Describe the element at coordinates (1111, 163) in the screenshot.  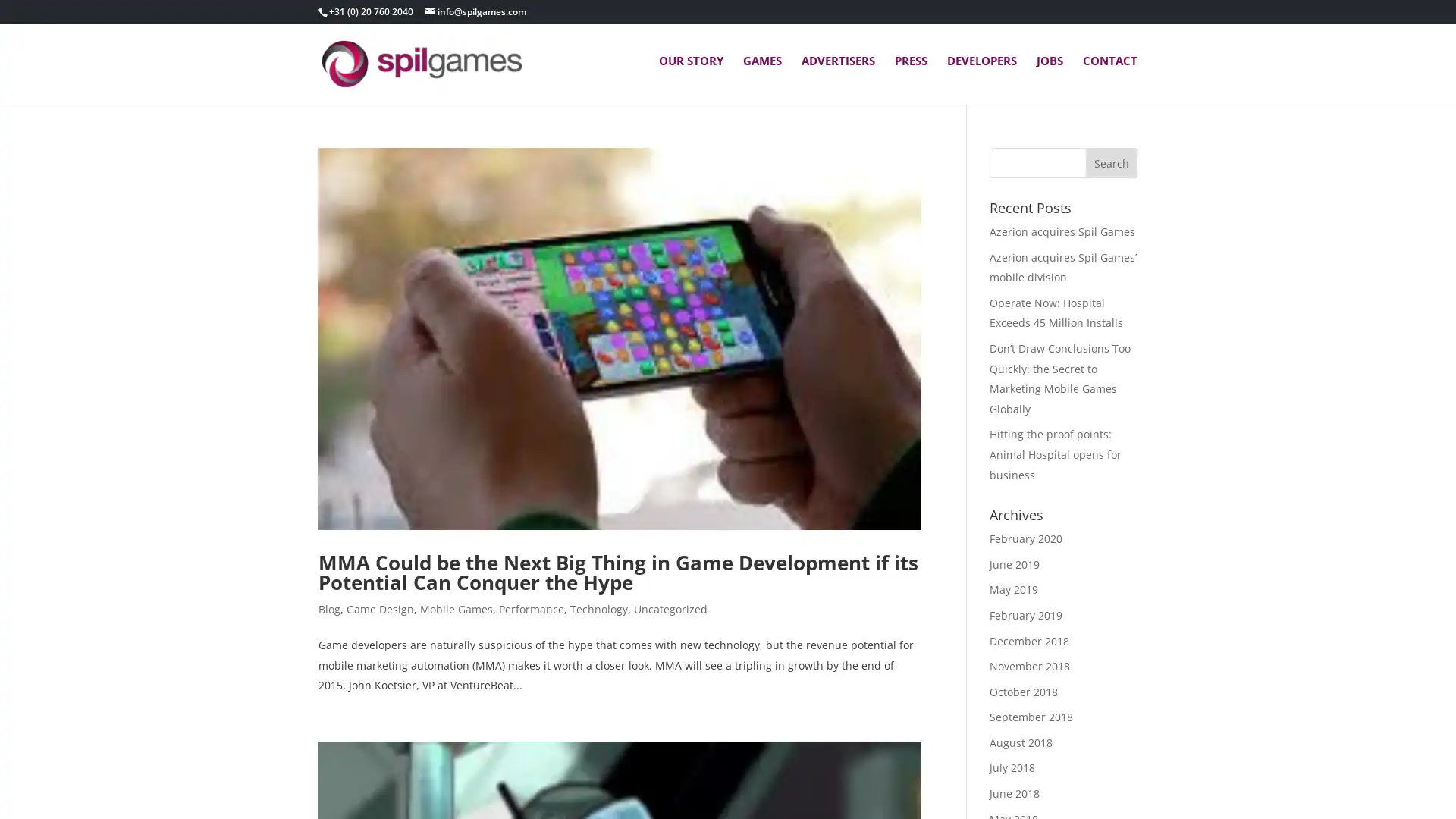
I see `Search` at that location.